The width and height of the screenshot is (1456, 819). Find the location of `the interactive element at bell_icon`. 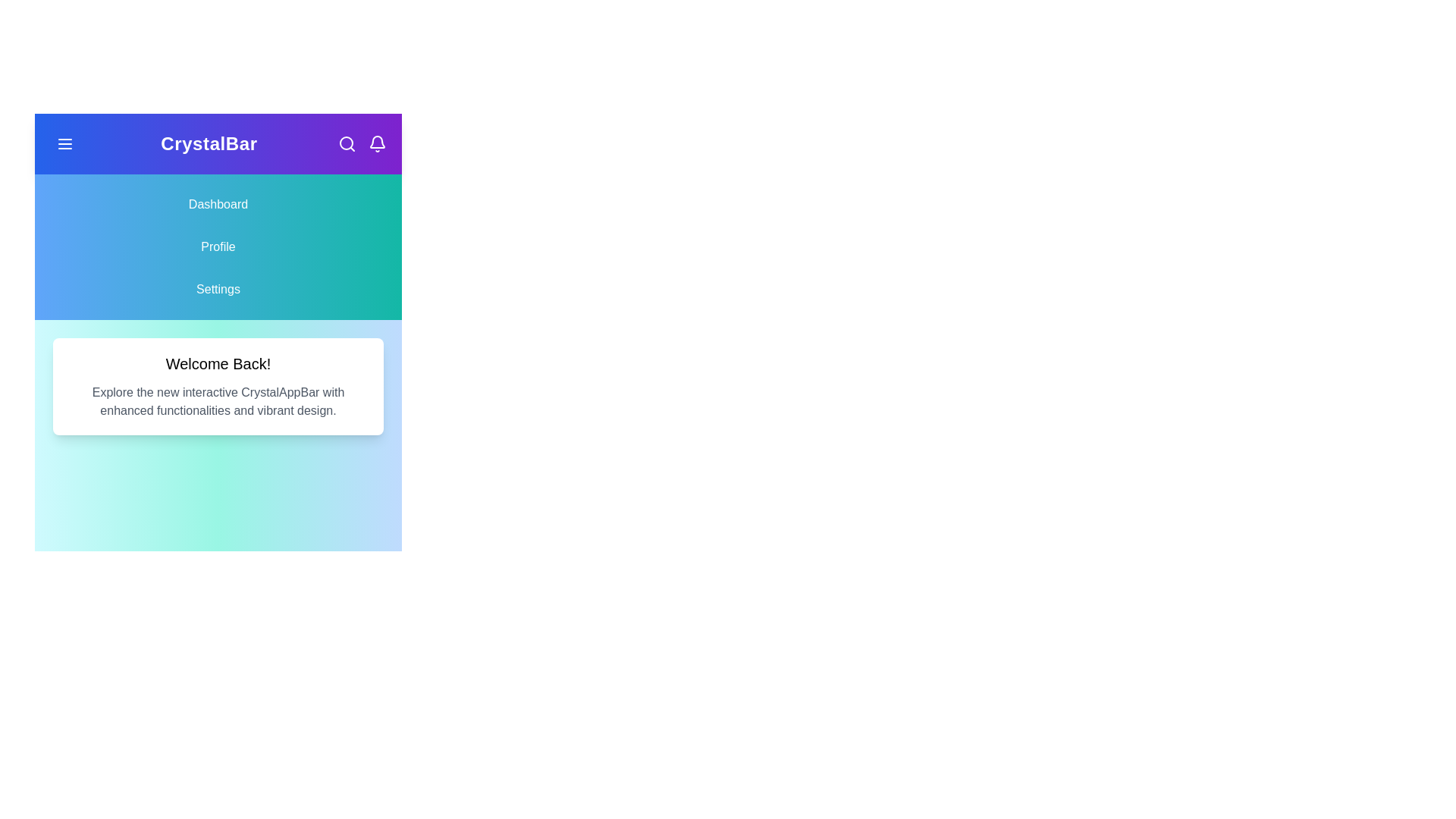

the interactive element at bell_icon is located at coordinates (378, 143).